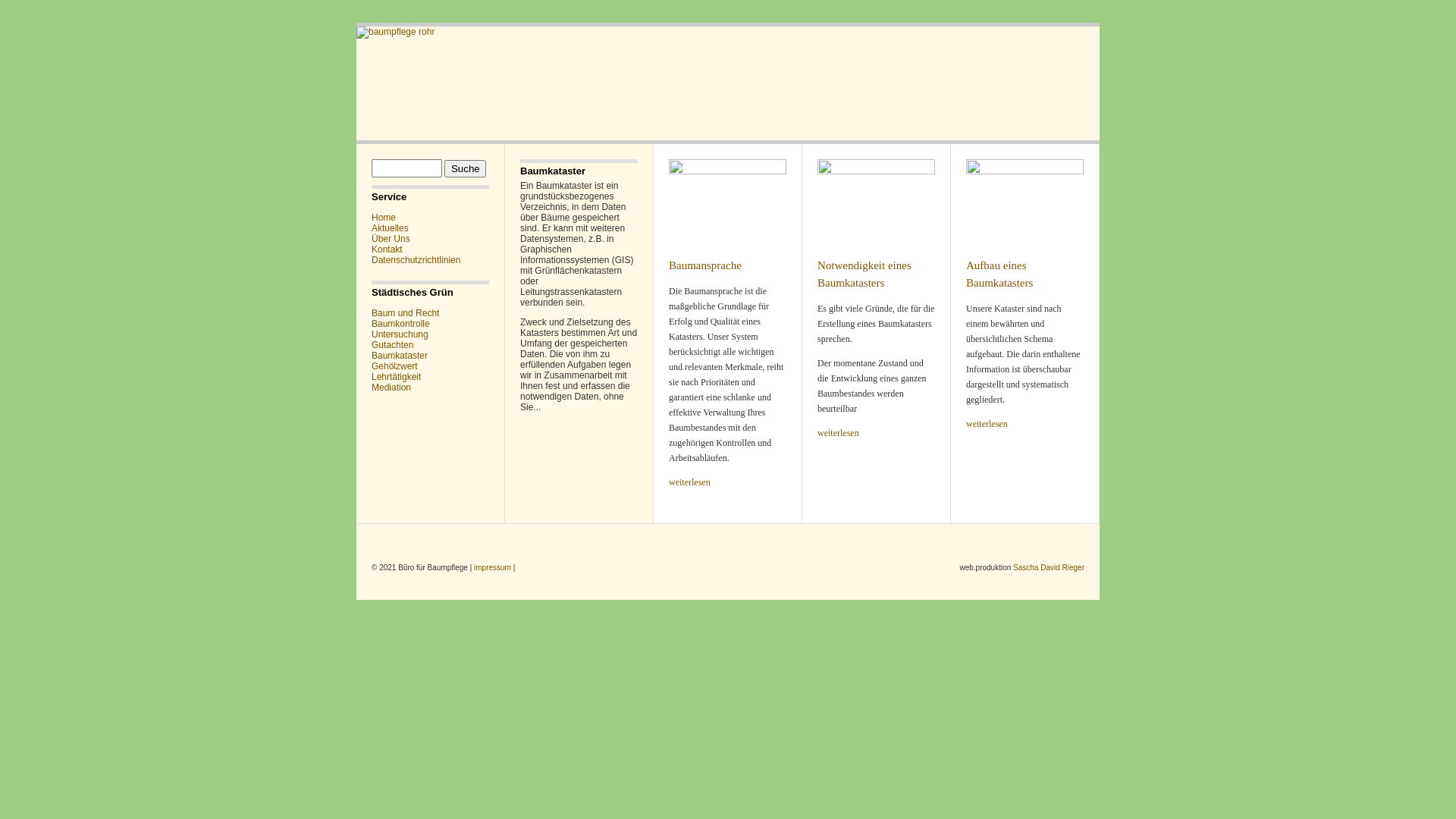 This screenshot has height=819, width=1456. Describe the element at coordinates (1025, 424) in the screenshot. I see `'weiterlesen'` at that location.